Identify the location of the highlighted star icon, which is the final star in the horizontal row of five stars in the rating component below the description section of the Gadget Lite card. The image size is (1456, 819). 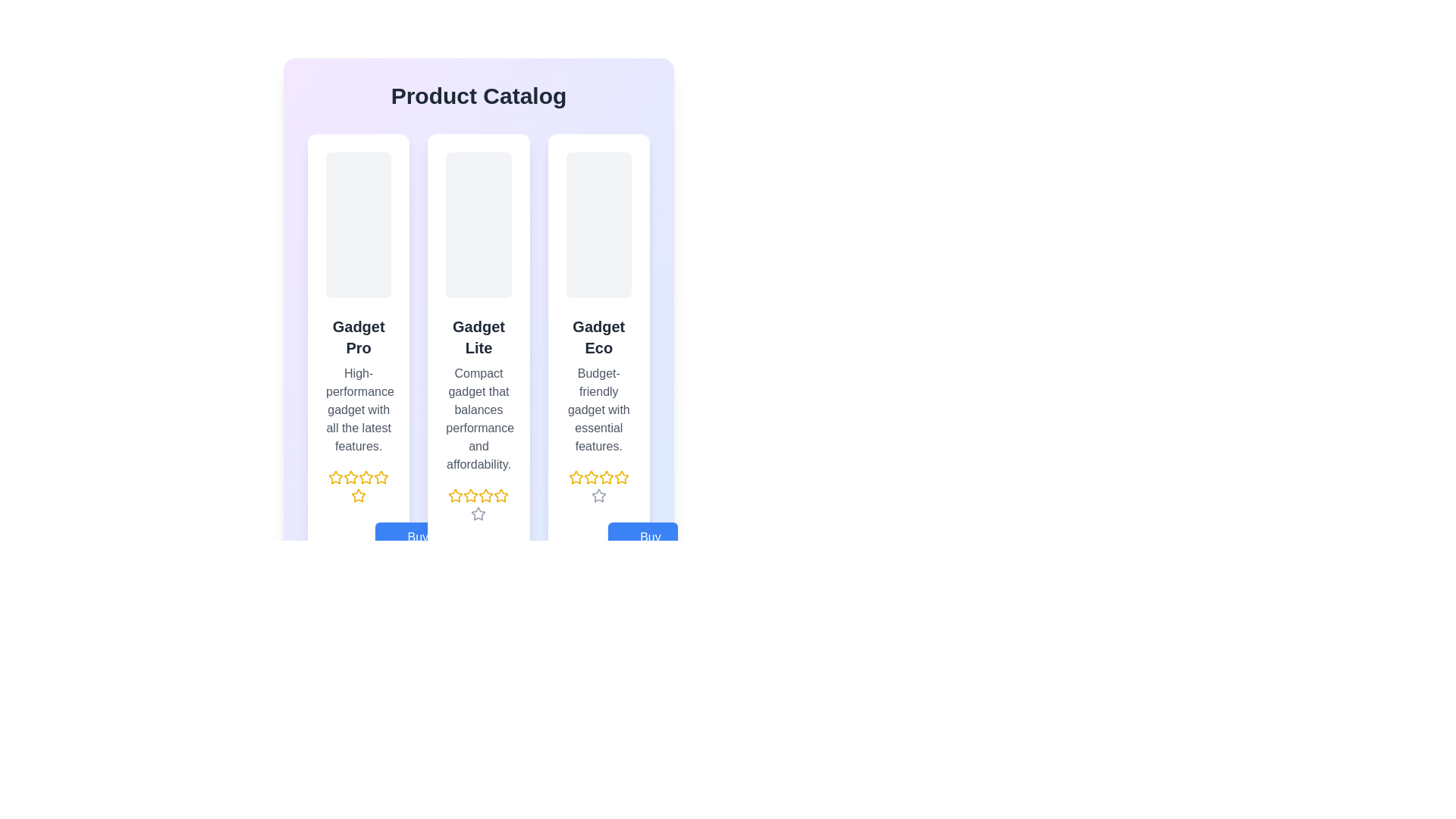
(478, 513).